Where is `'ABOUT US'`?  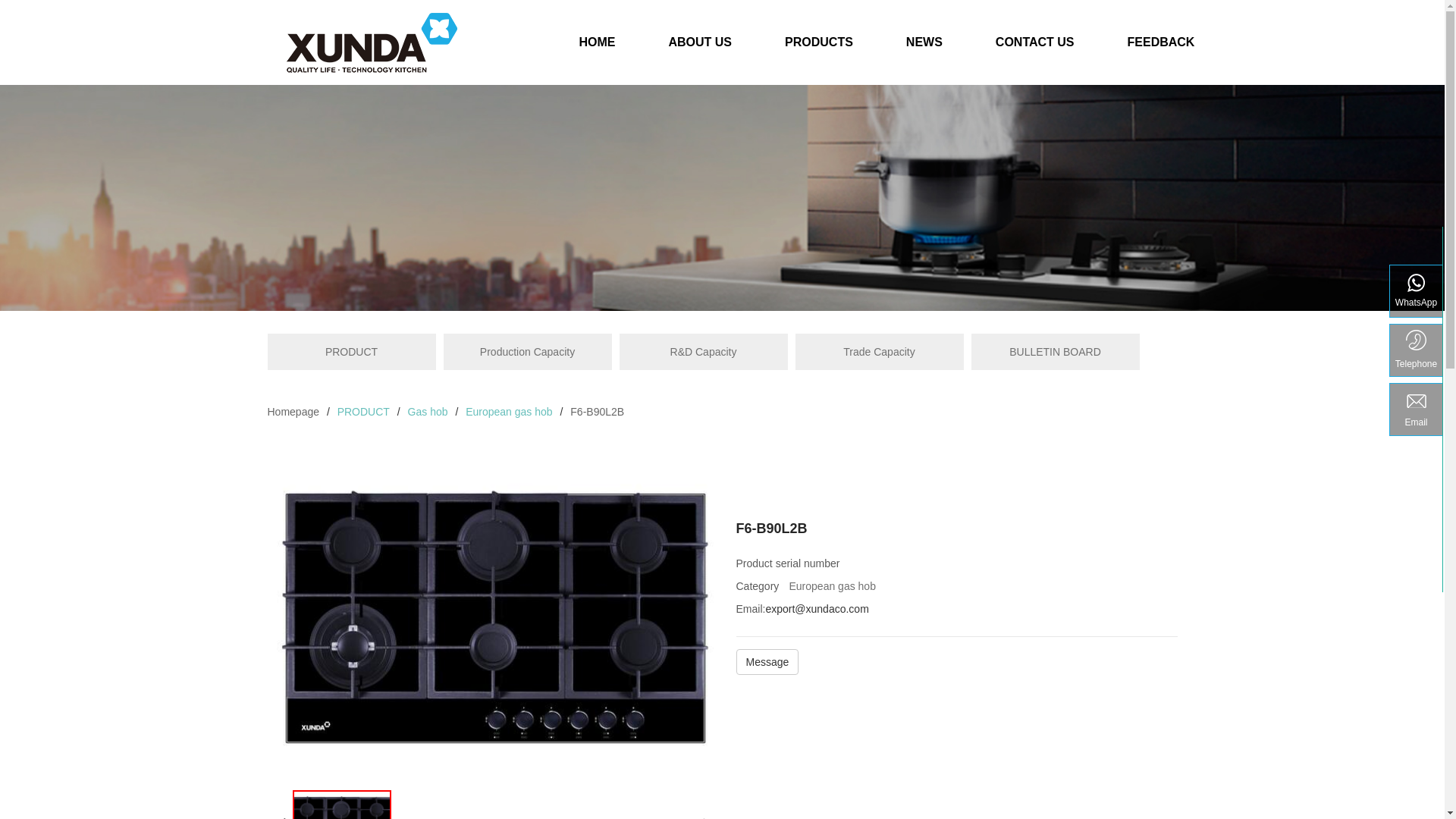
'ABOUT US' is located at coordinates (698, 48).